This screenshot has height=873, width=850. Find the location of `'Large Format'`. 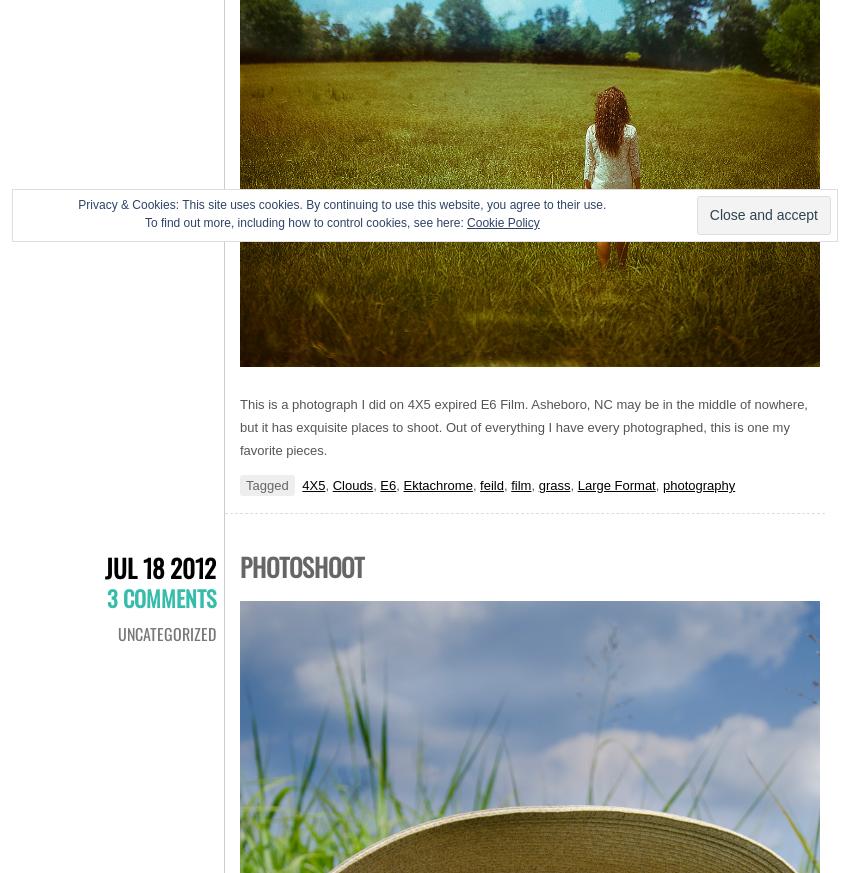

'Large Format' is located at coordinates (614, 485).